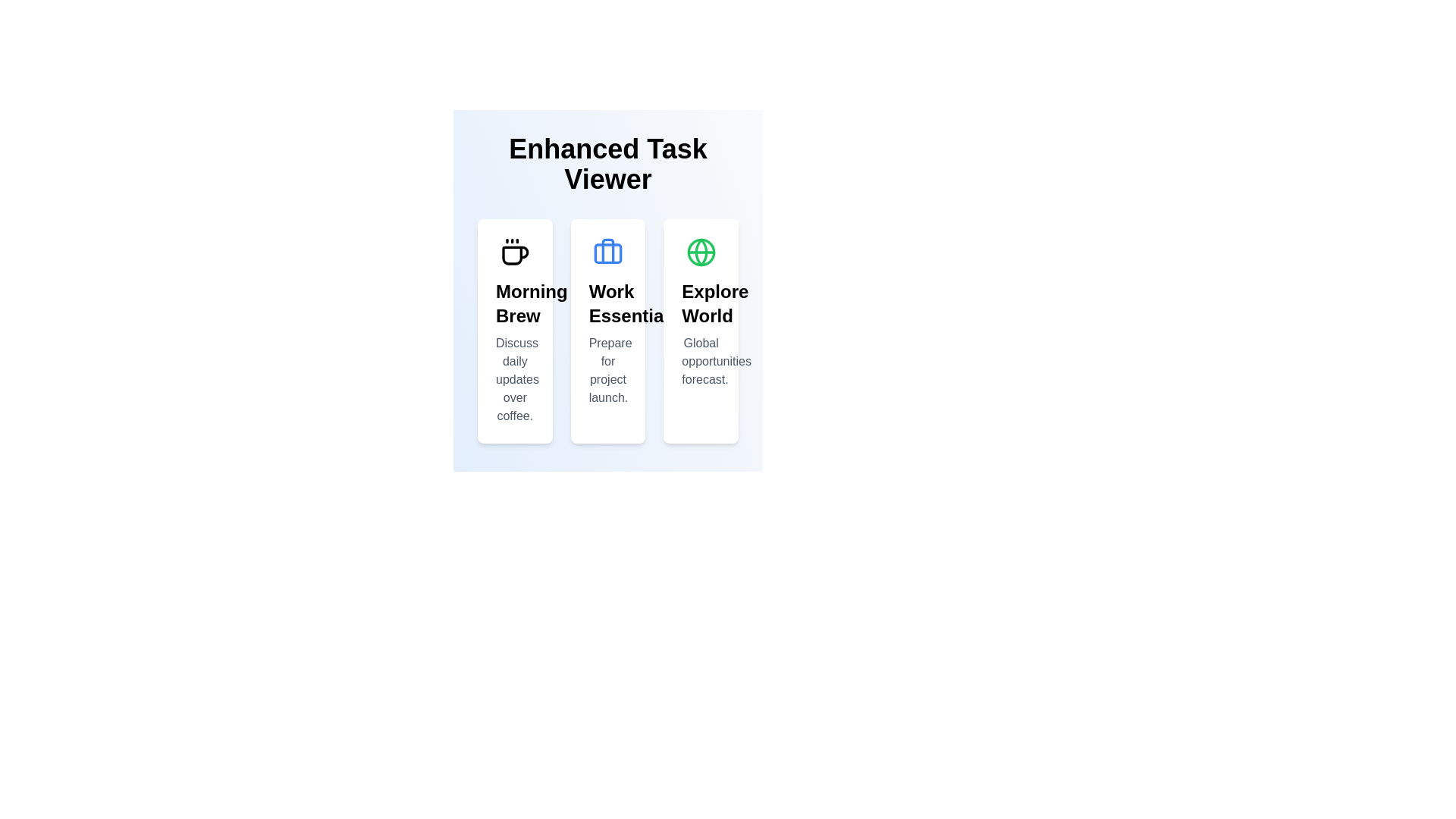 The width and height of the screenshot is (1456, 819). Describe the element at coordinates (607, 251) in the screenshot. I see `the blue briefcase icon located above the 'Work Essentials' text within the second card of the 'Enhanced Task Viewer'` at that location.